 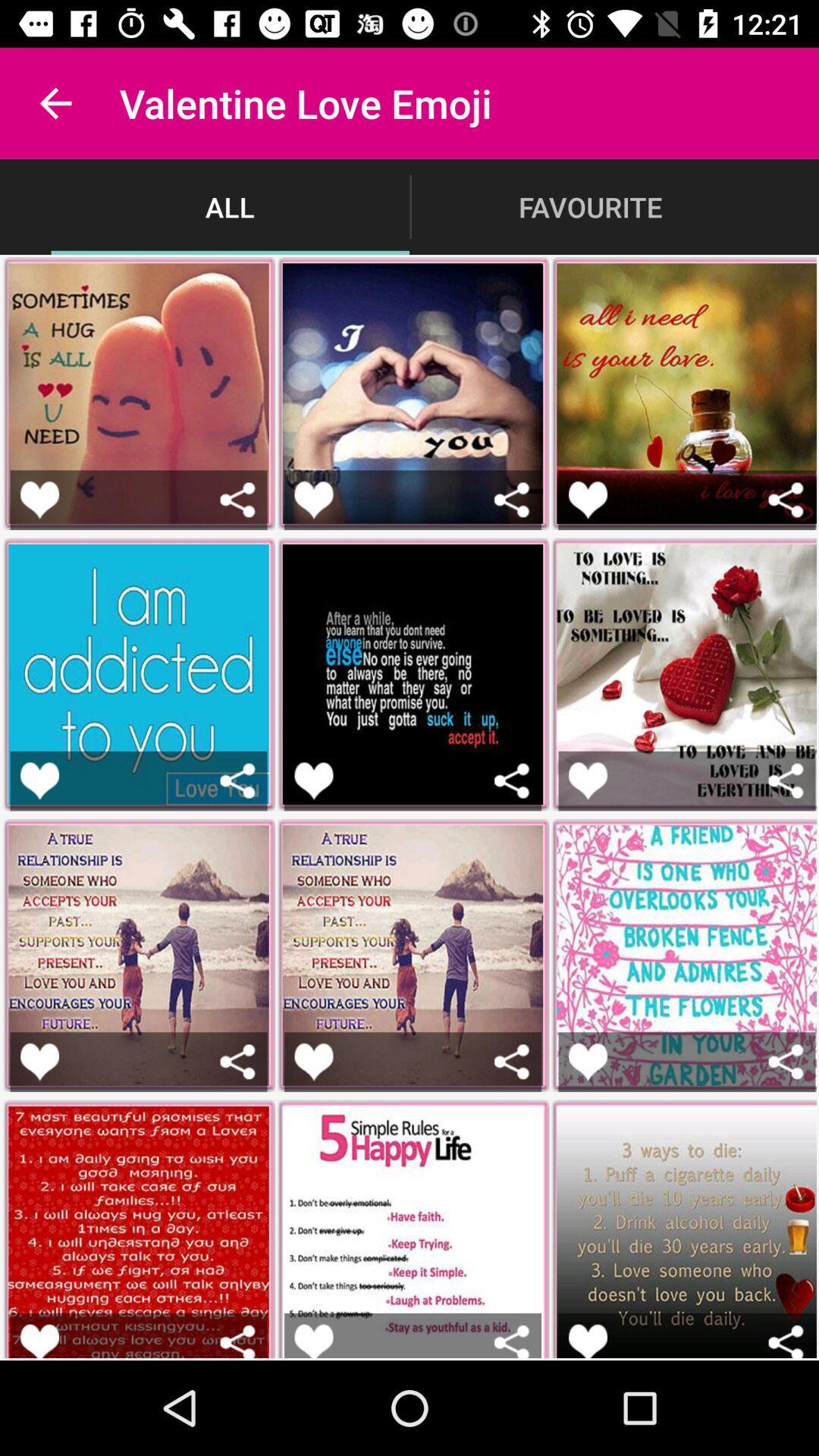 I want to click on love the post, so click(x=312, y=1341).